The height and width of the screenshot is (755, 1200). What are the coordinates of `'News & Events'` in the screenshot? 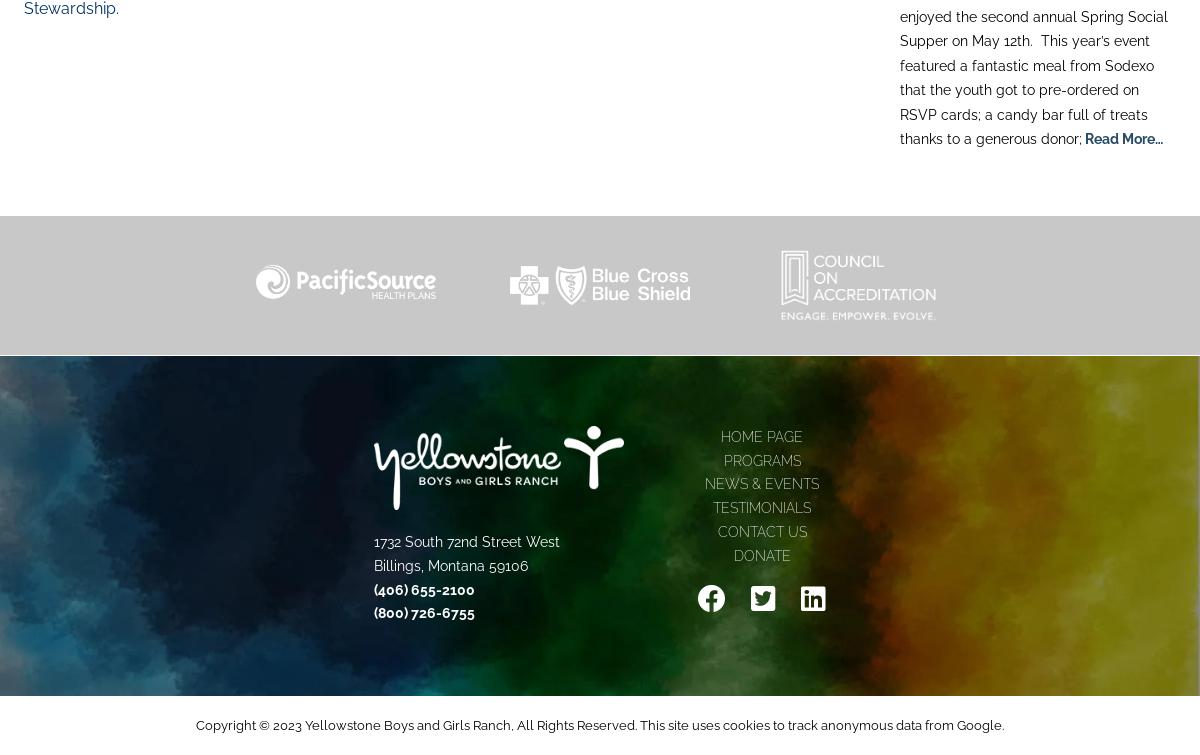 It's located at (705, 483).